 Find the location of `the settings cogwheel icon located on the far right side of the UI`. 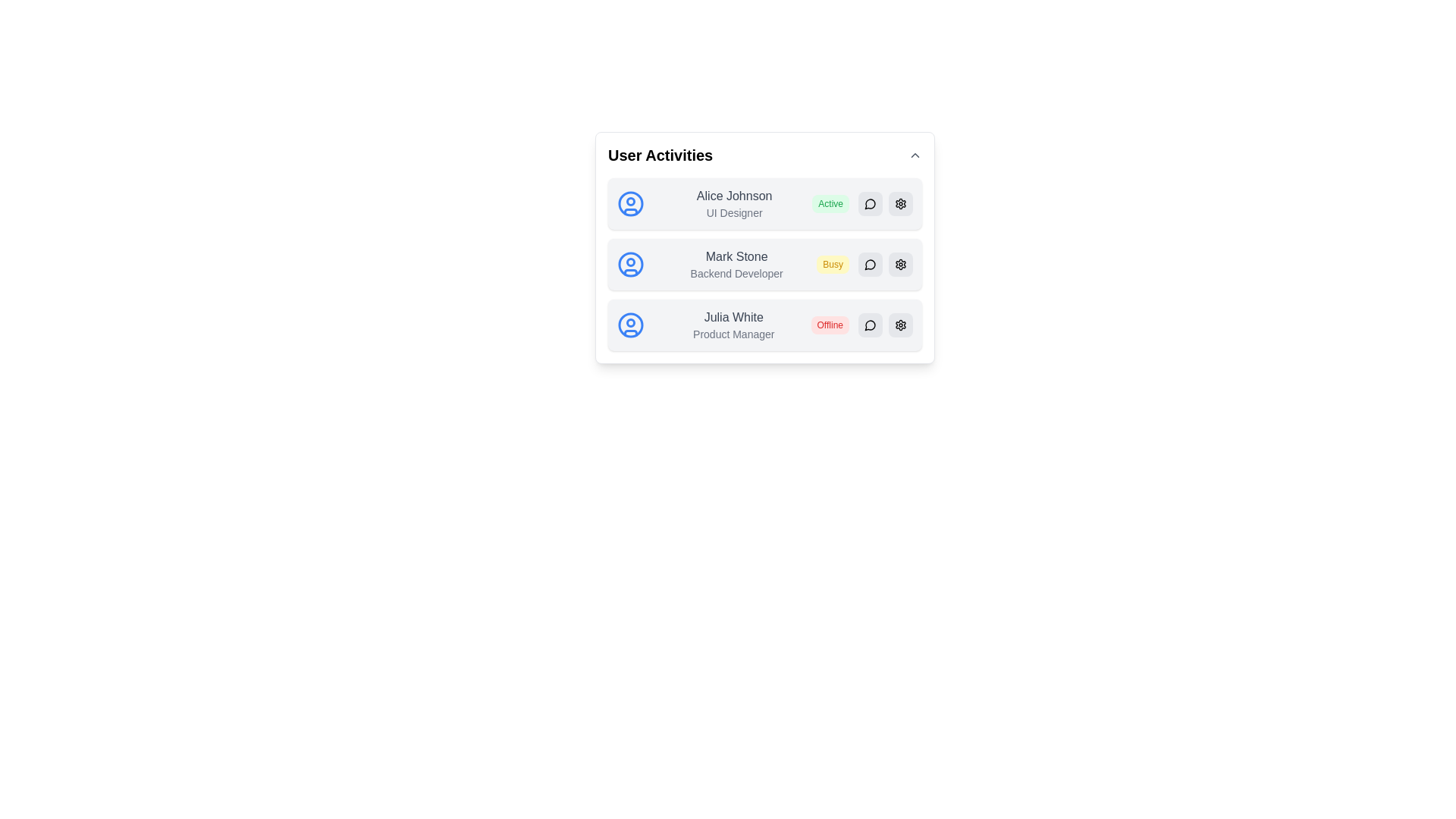

the settings cogwheel icon located on the far right side of the UI is located at coordinates (901, 263).